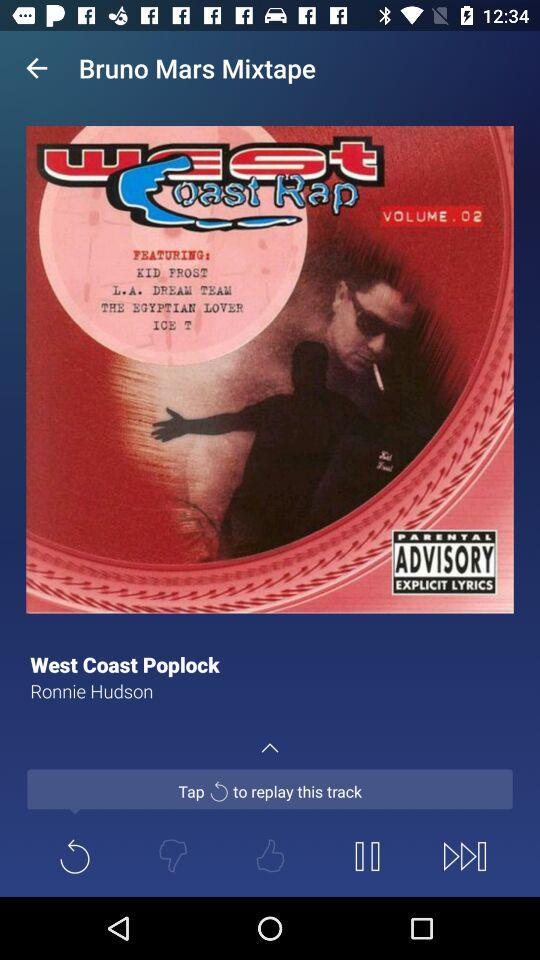  What do you see at coordinates (464, 855) in the screenshot?
I see `the skip_next icon` at bounding box center [464, 855].